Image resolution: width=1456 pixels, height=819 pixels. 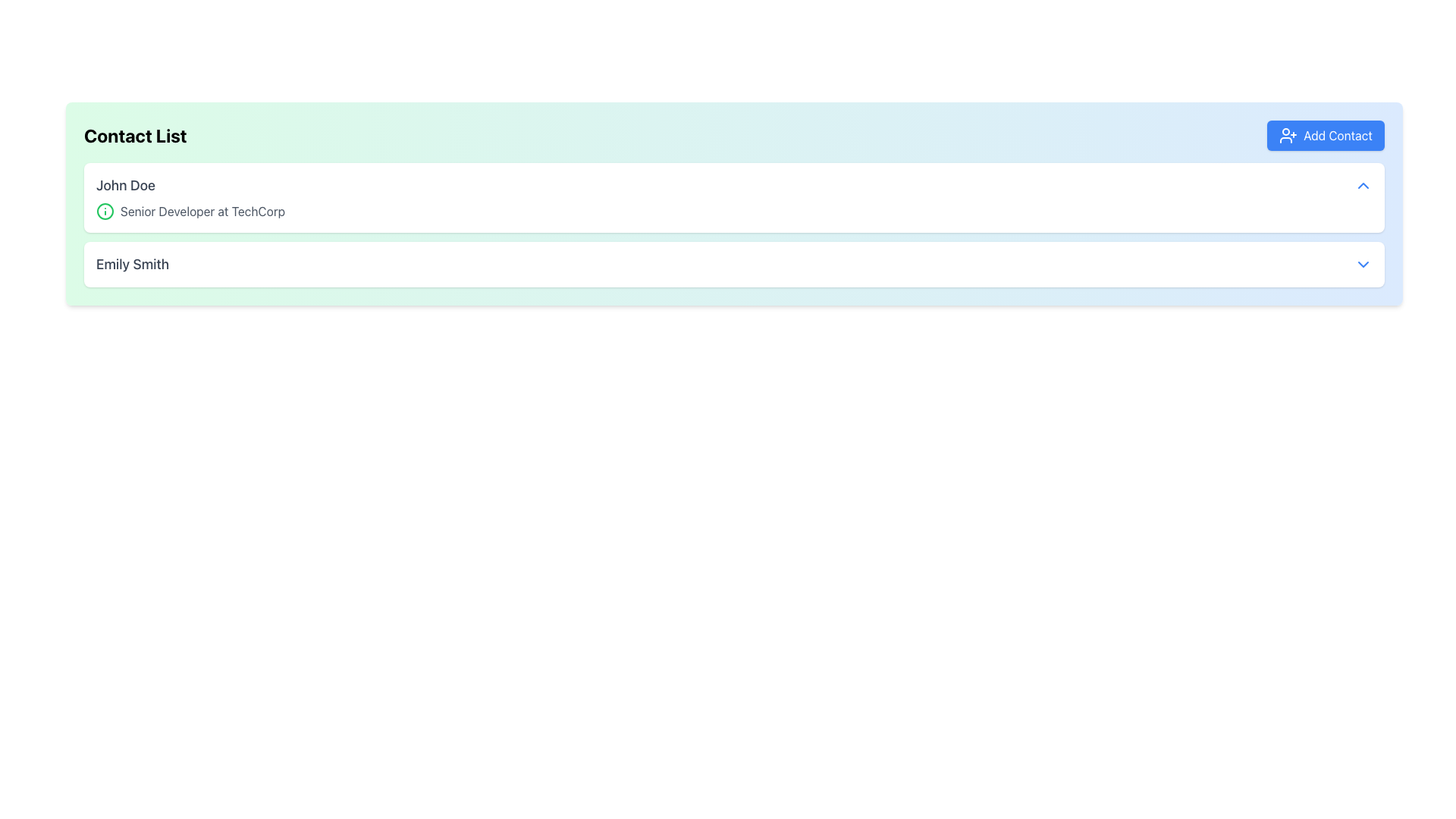 I want to click on the chevron icon, so click(x=1363, y=185).